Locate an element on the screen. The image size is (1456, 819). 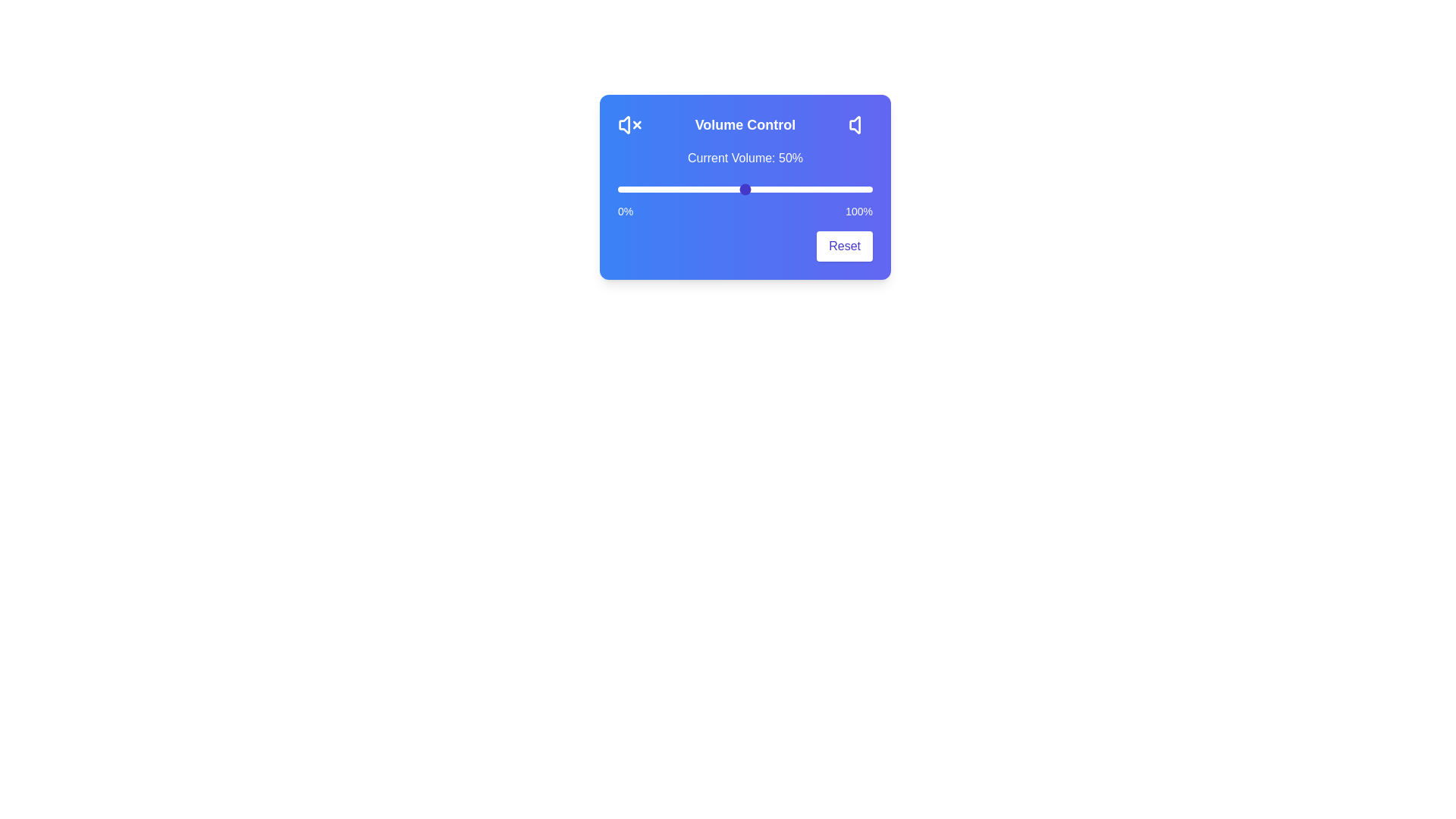
the volume slider to 95% is located at coordinates (860, 189).